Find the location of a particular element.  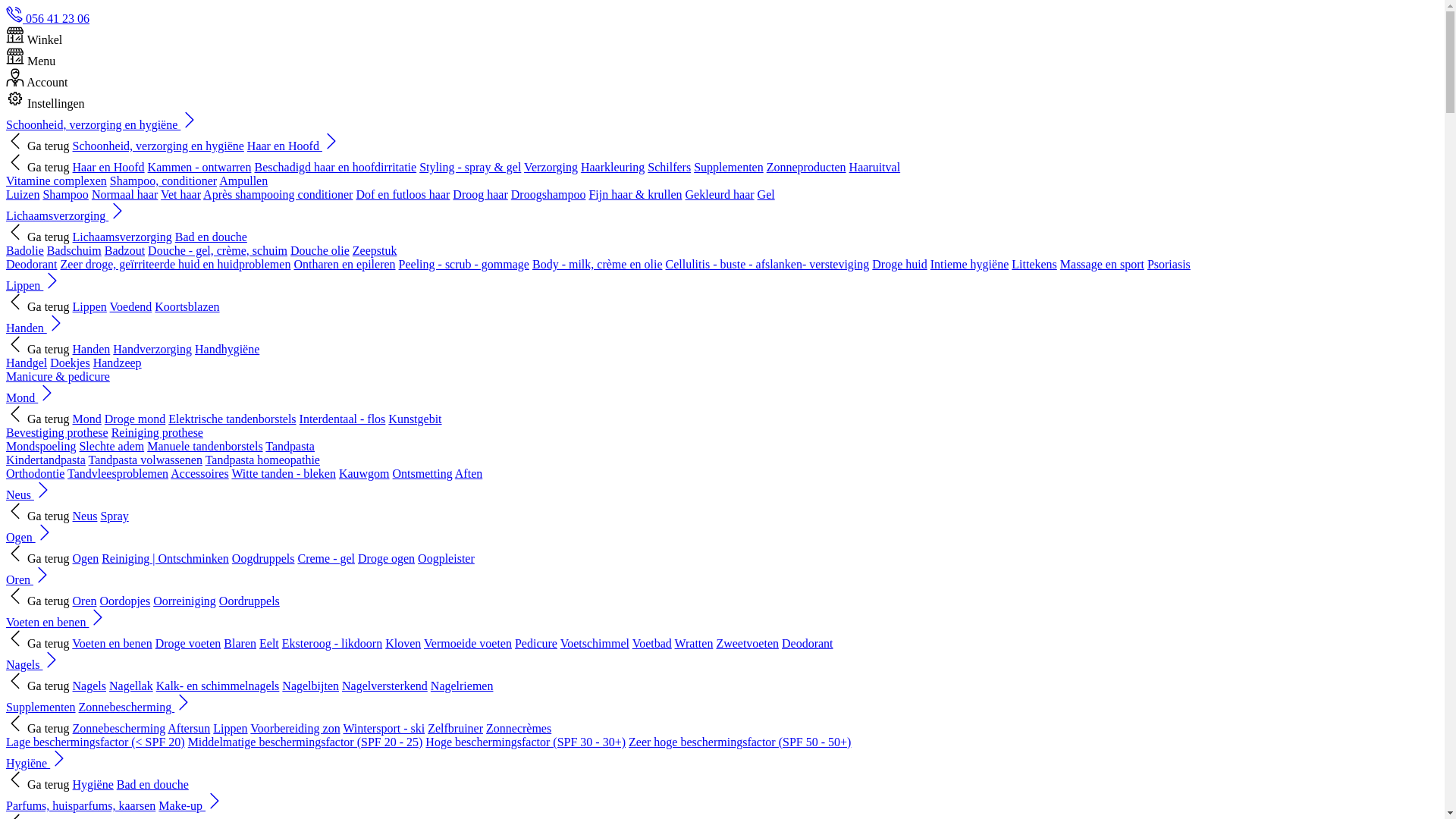

'Nagels' is located at coordinates (33, 664).